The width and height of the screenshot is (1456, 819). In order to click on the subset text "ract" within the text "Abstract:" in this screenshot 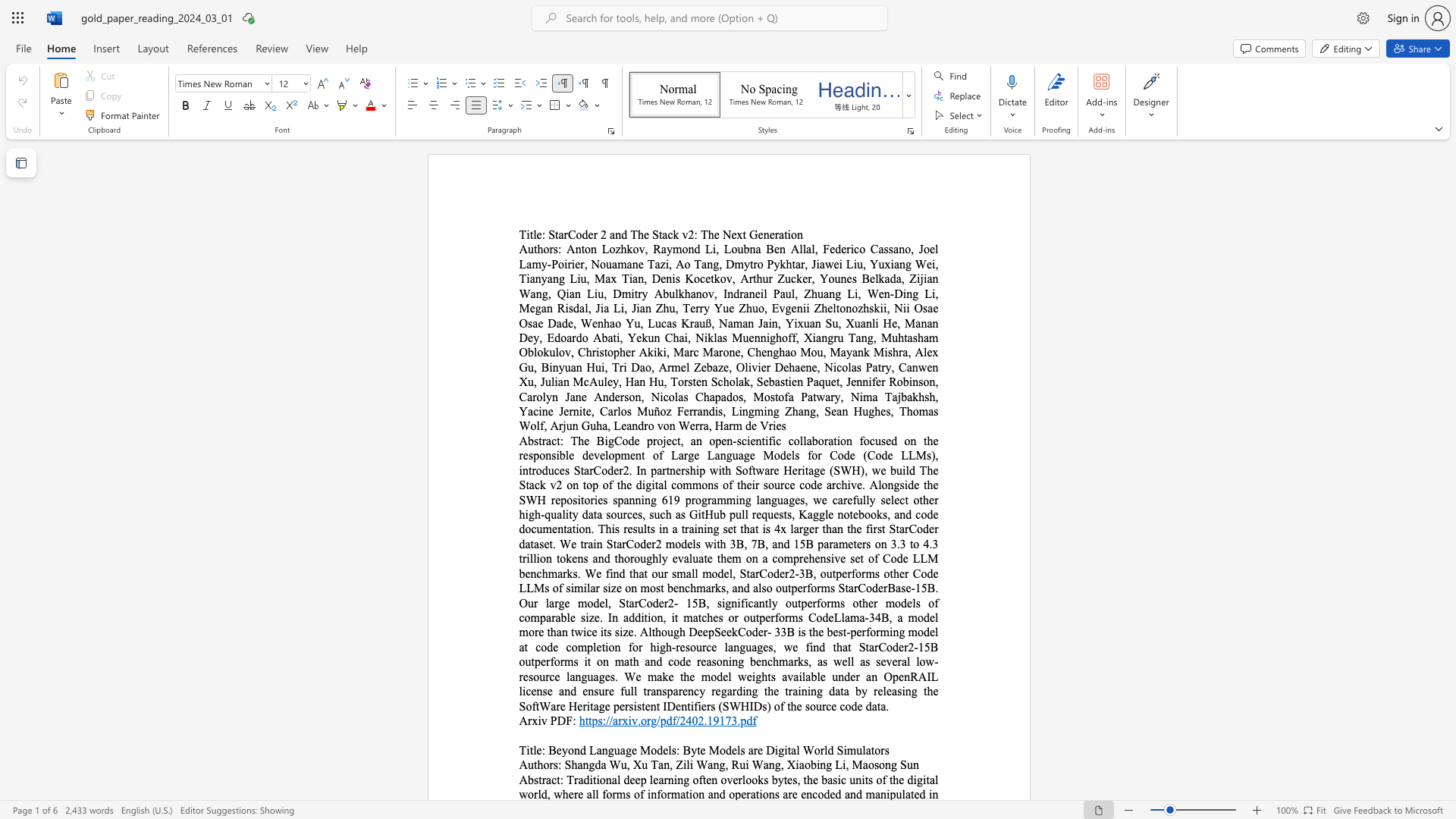, I will do `click(541, 780)`.